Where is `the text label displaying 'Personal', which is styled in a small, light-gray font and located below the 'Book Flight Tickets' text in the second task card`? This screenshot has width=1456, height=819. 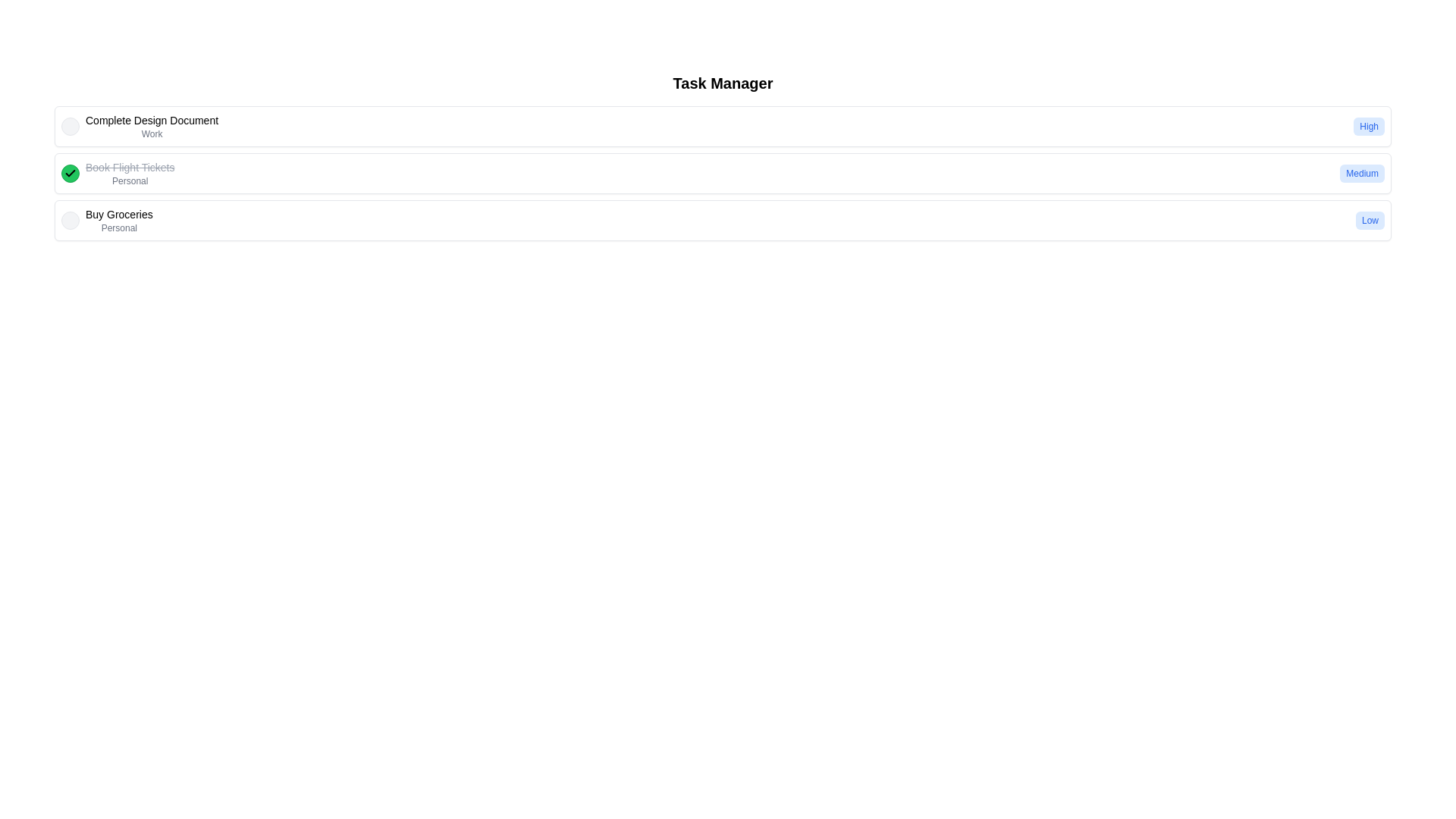
the text label displaying 'Personal', which is styled in a small, light-gray font and located below the 'Book Flight Tickets' text in the second task card is located at coordinates (130, 180).